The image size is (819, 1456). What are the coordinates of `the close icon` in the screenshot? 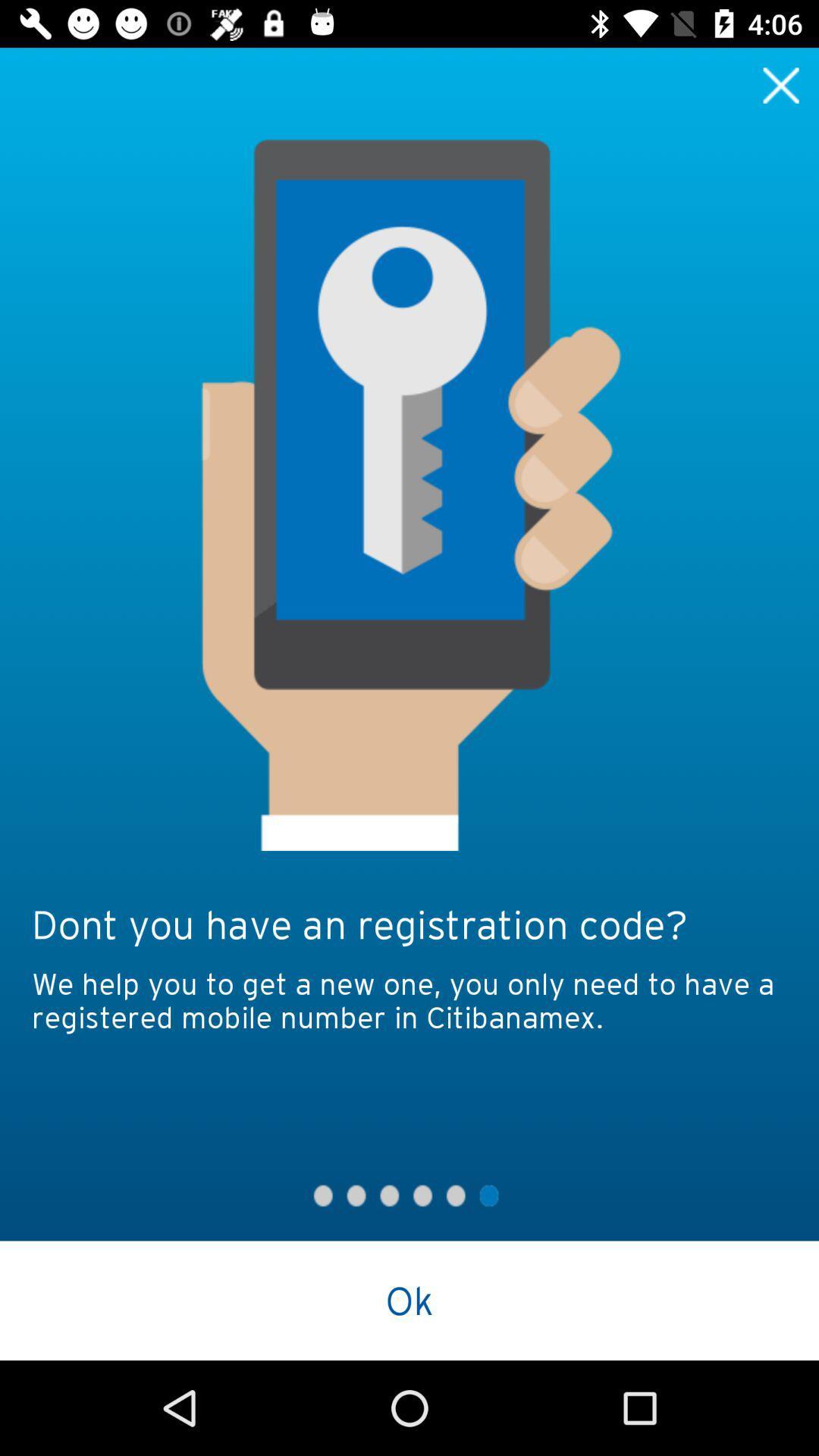 It's located at (781, 84).